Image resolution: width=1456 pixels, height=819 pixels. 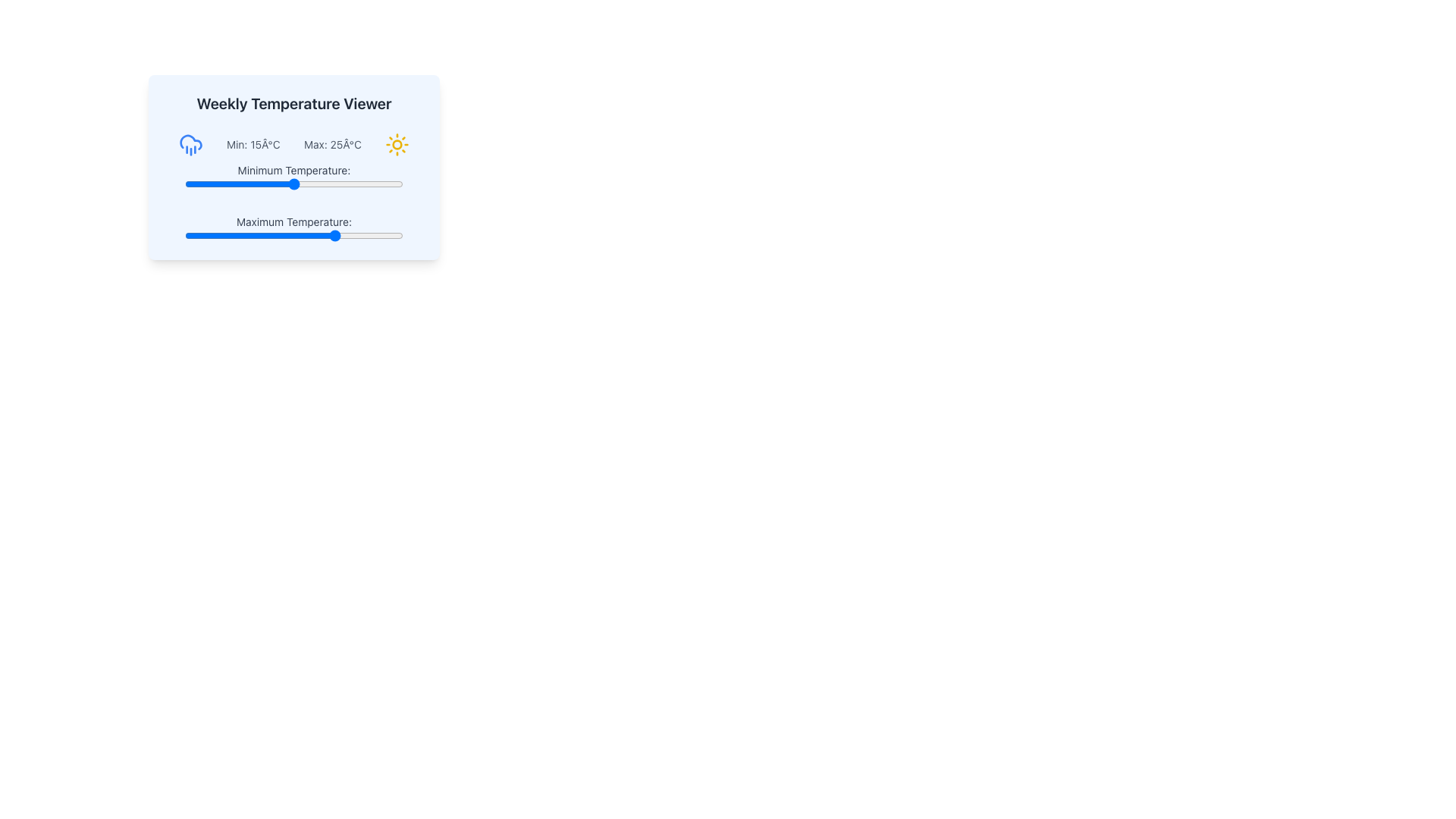 What do you see at coordinates (394, 184) in the screenshot?
I see `the minimum temperature` at bounding box center [394, 184].